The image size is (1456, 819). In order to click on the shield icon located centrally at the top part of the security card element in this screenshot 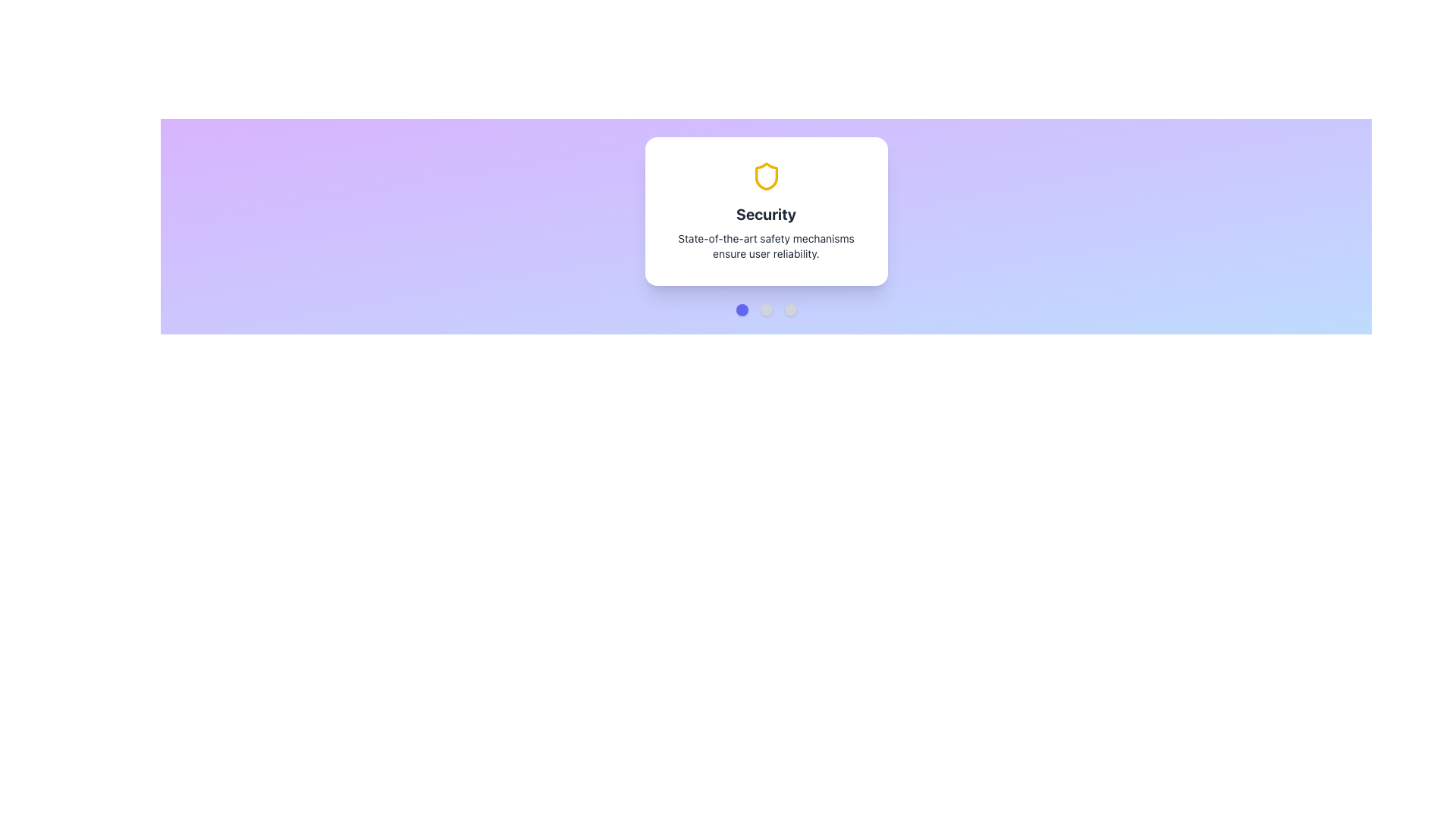, I will do `click(766, 175)`.